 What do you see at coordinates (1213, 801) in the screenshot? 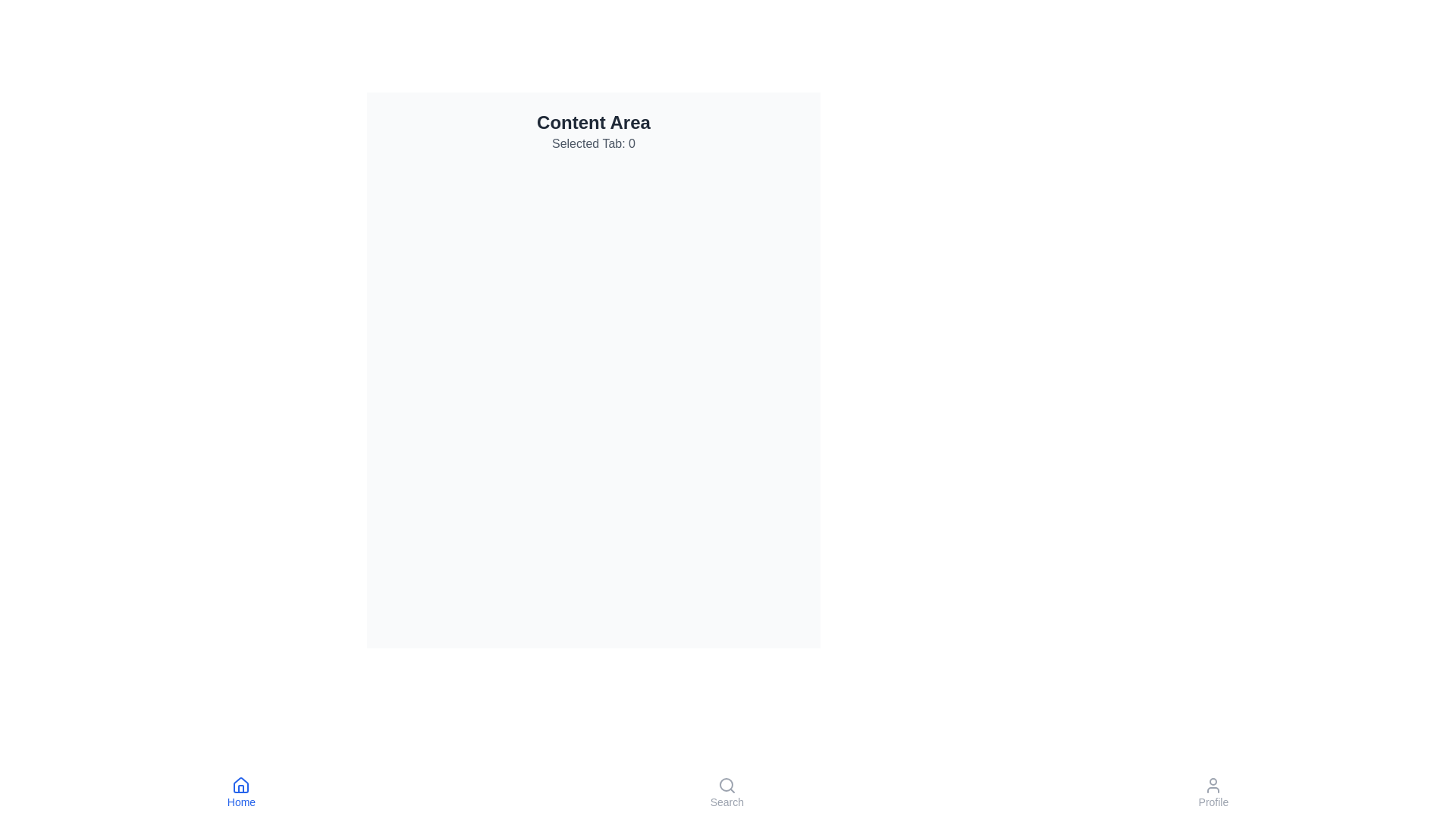
I see `the 'Profile' text label, which is centrally positioned within the bottom navigation bar, below the user icon graphic` at bounding box center [1213, 801].